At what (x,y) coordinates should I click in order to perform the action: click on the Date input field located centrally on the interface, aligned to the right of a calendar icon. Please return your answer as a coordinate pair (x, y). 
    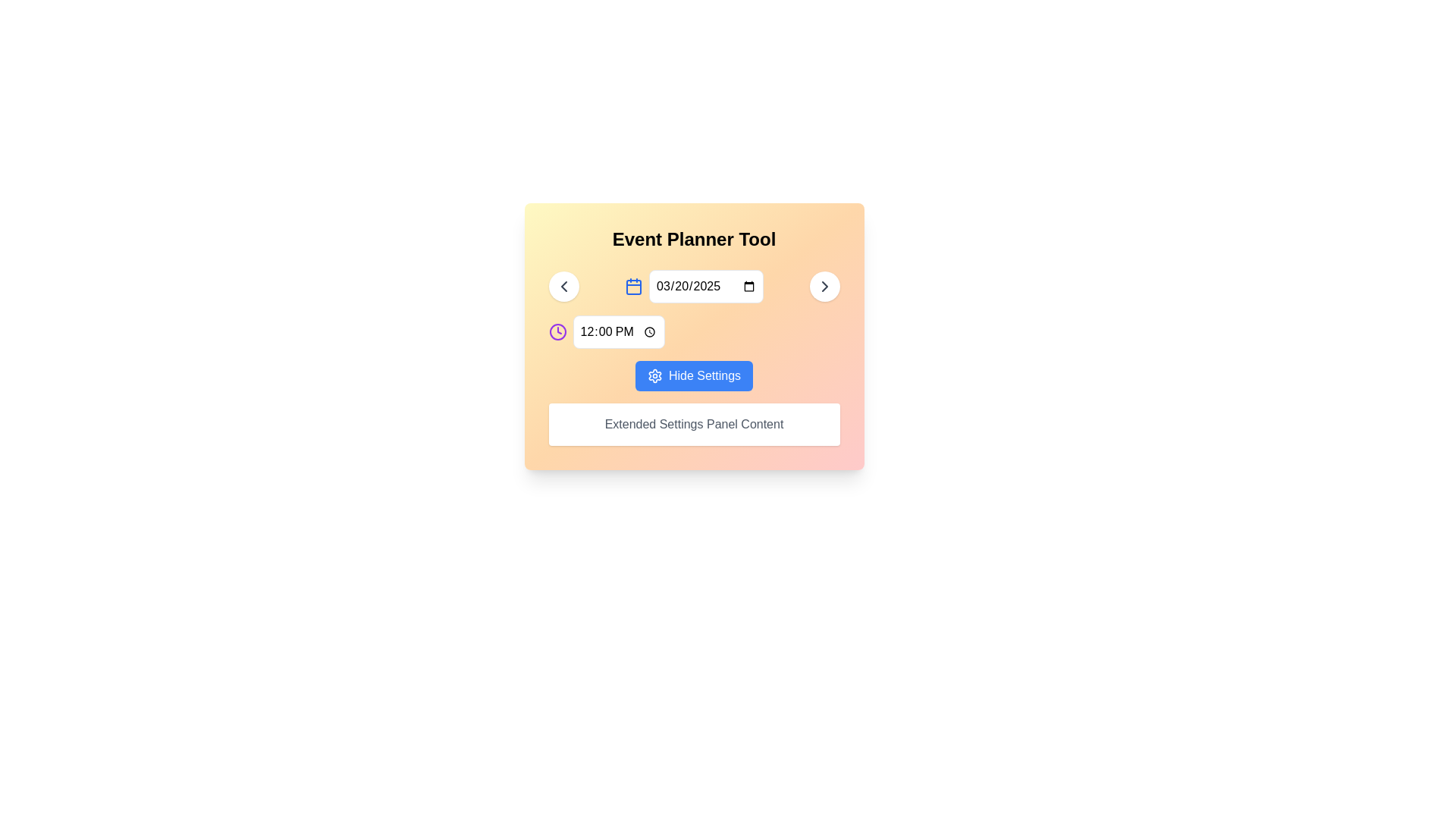
    Looking at the image, I should click on (705, 287).